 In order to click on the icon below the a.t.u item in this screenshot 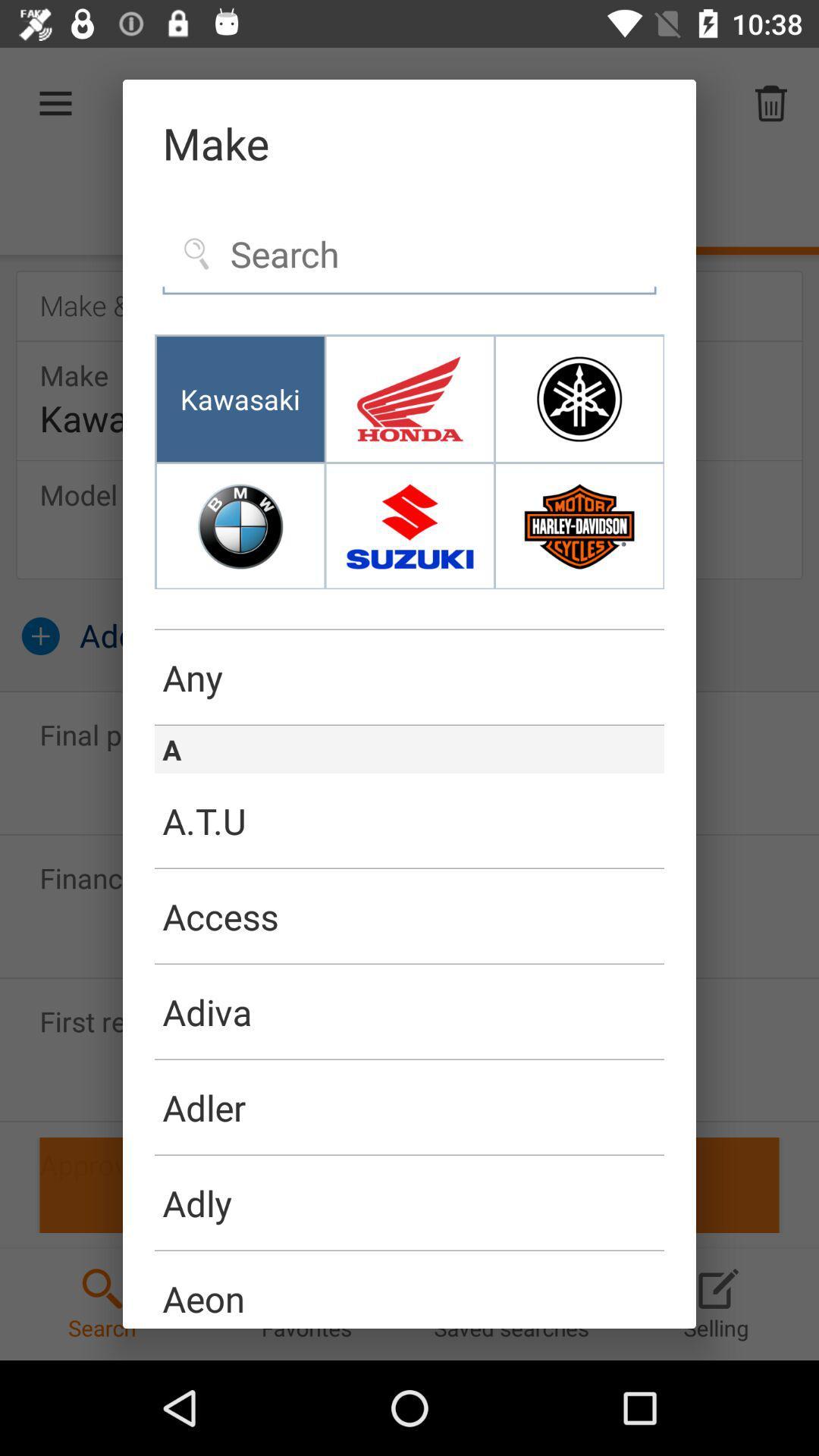, I will do `click(409, 916)`.